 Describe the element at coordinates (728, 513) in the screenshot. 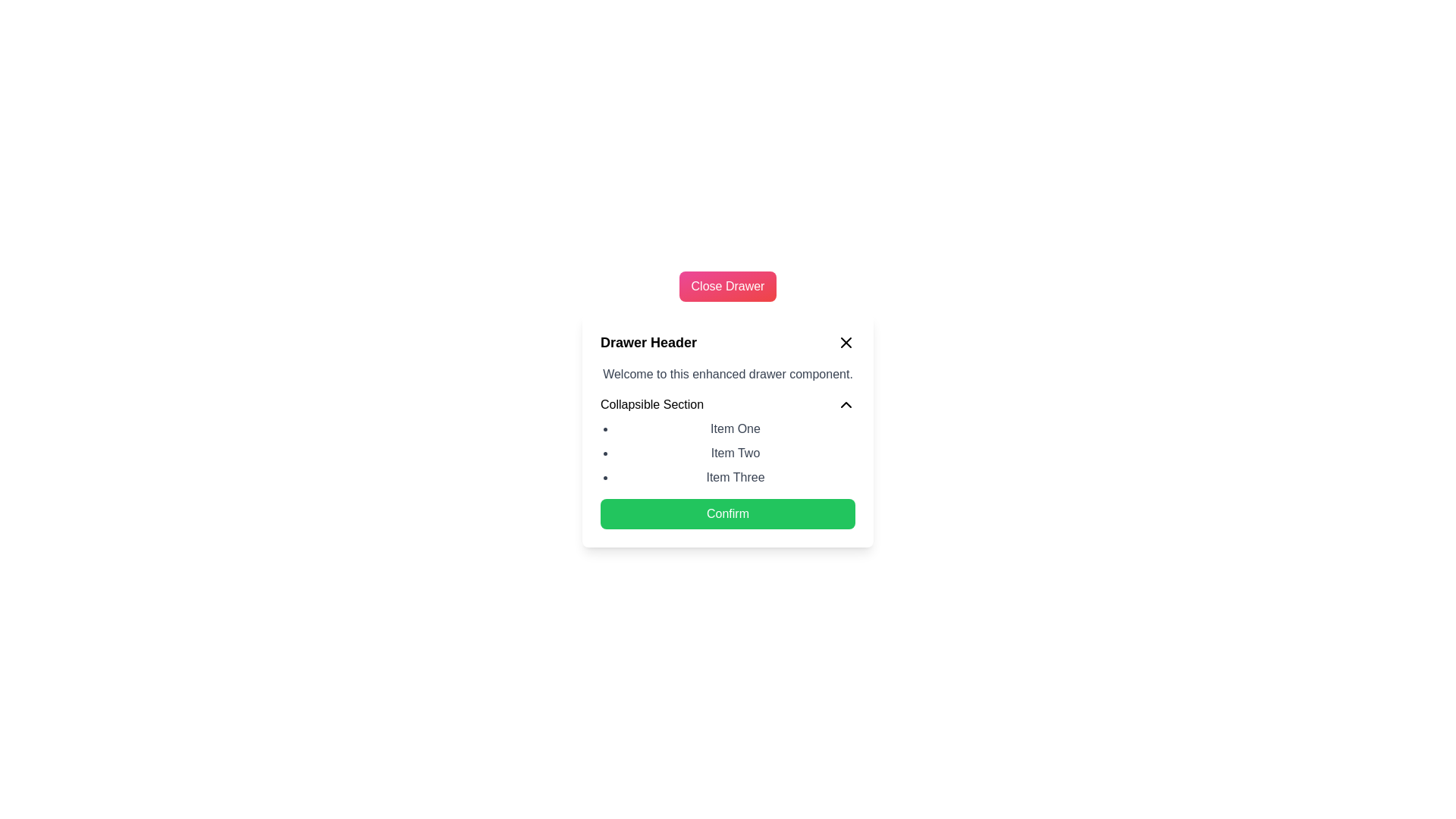

I see `the confirmation button located at the bottom of the drawer interface` at that location.